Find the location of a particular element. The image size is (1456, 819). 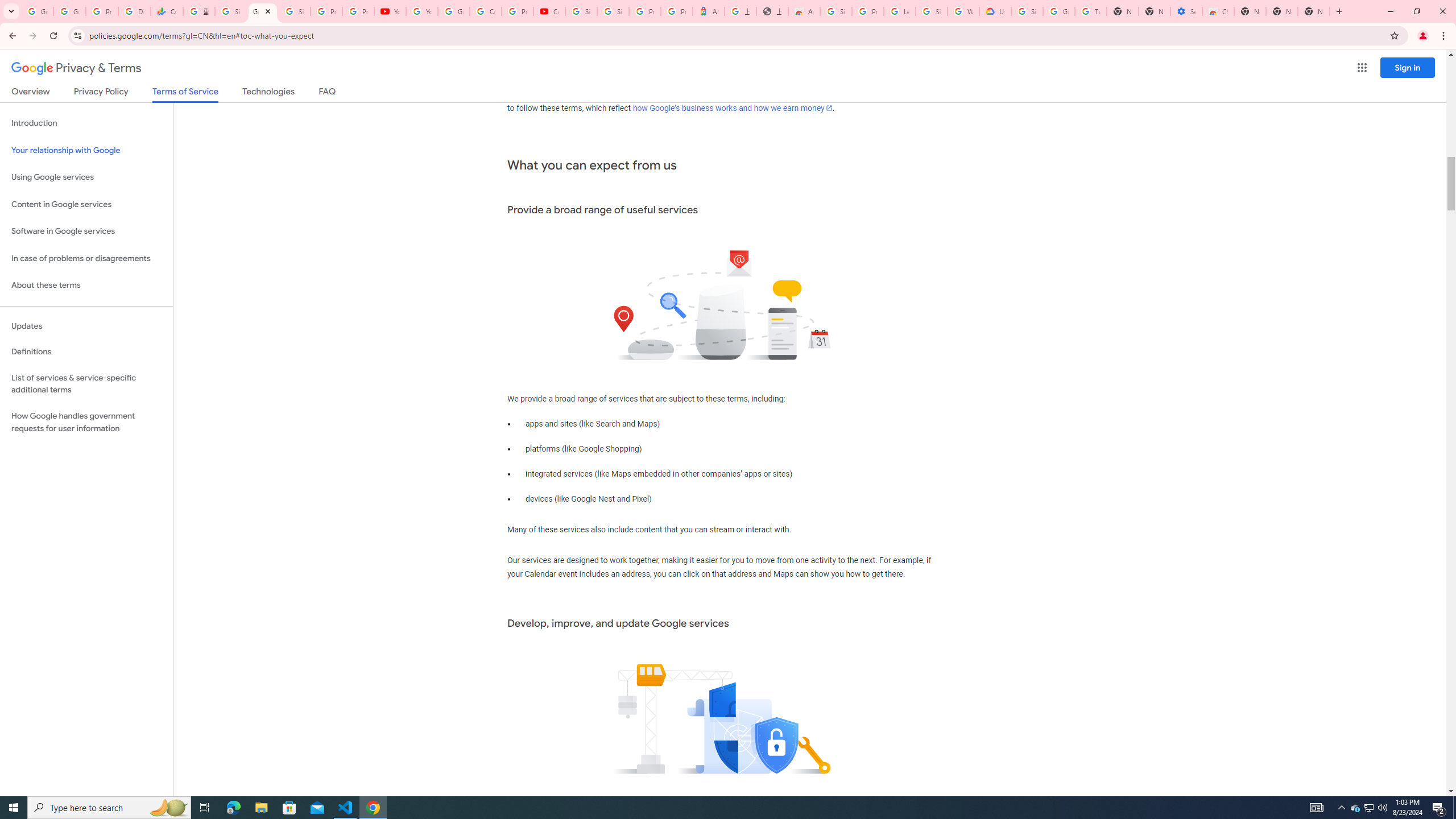

'YouTube' is located at coordinates (421, 11).